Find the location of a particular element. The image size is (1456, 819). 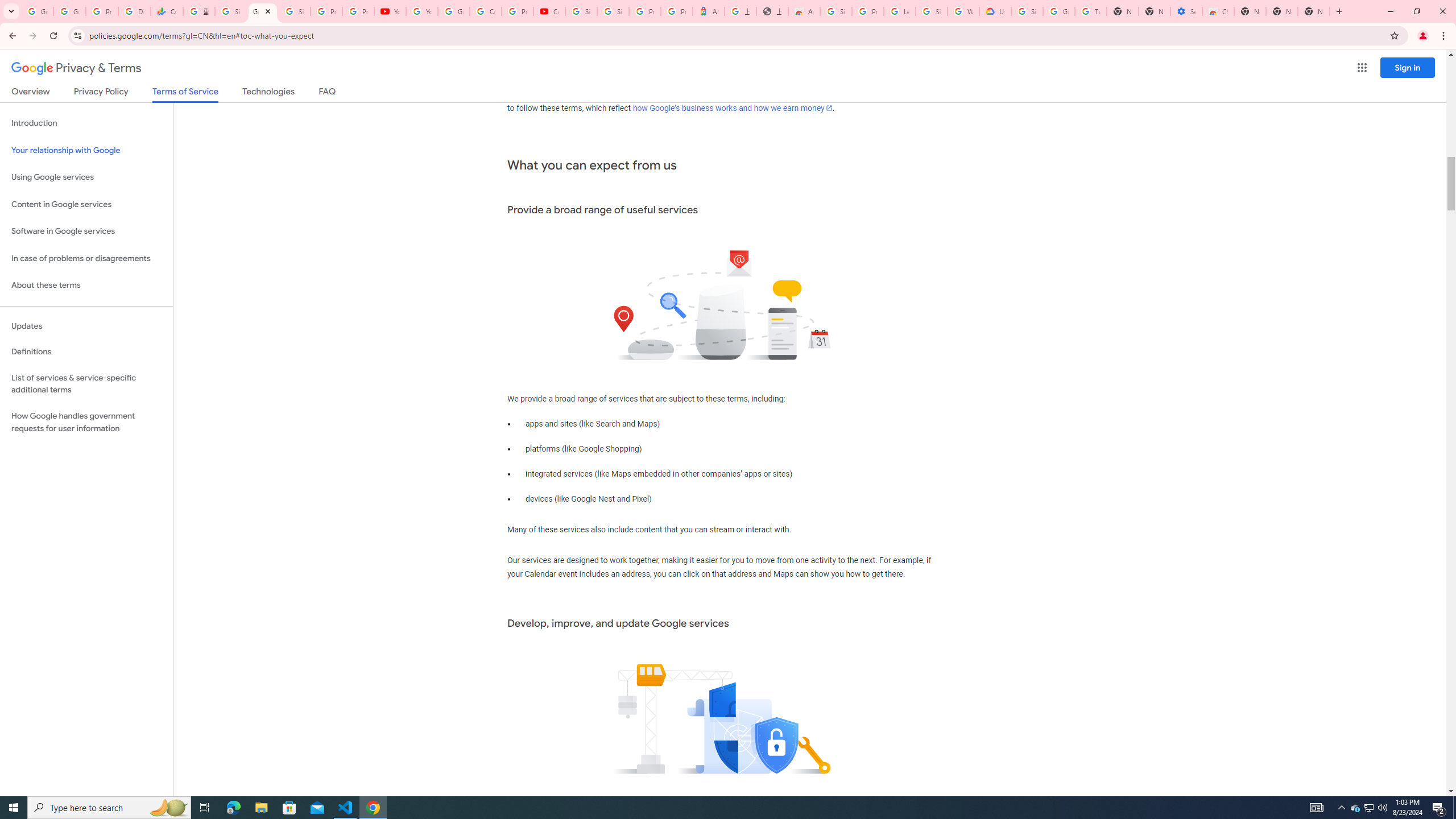

'YouTube' is located at coordinates (421, 11).